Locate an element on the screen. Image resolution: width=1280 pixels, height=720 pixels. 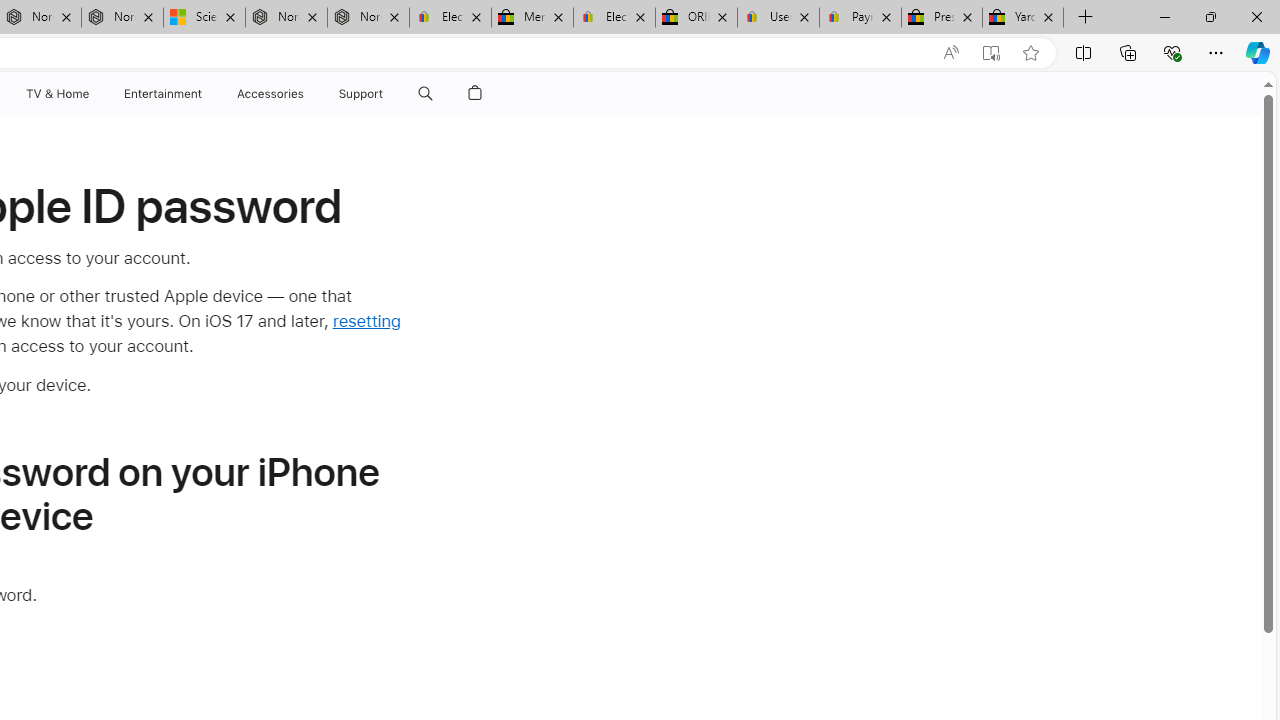
'Search Support' is located at coordinates (424, 93).